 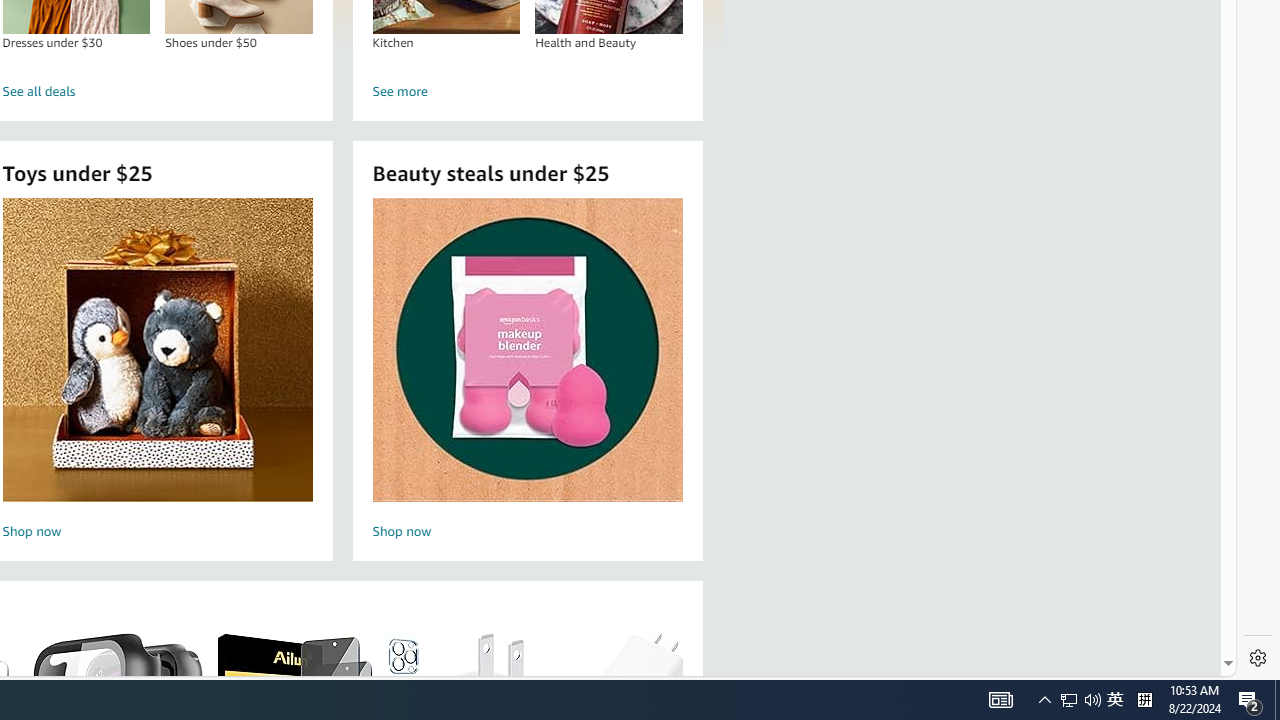 I want to click on 'Beauty steals under $25 Shop now', so click(x=527, y=371).